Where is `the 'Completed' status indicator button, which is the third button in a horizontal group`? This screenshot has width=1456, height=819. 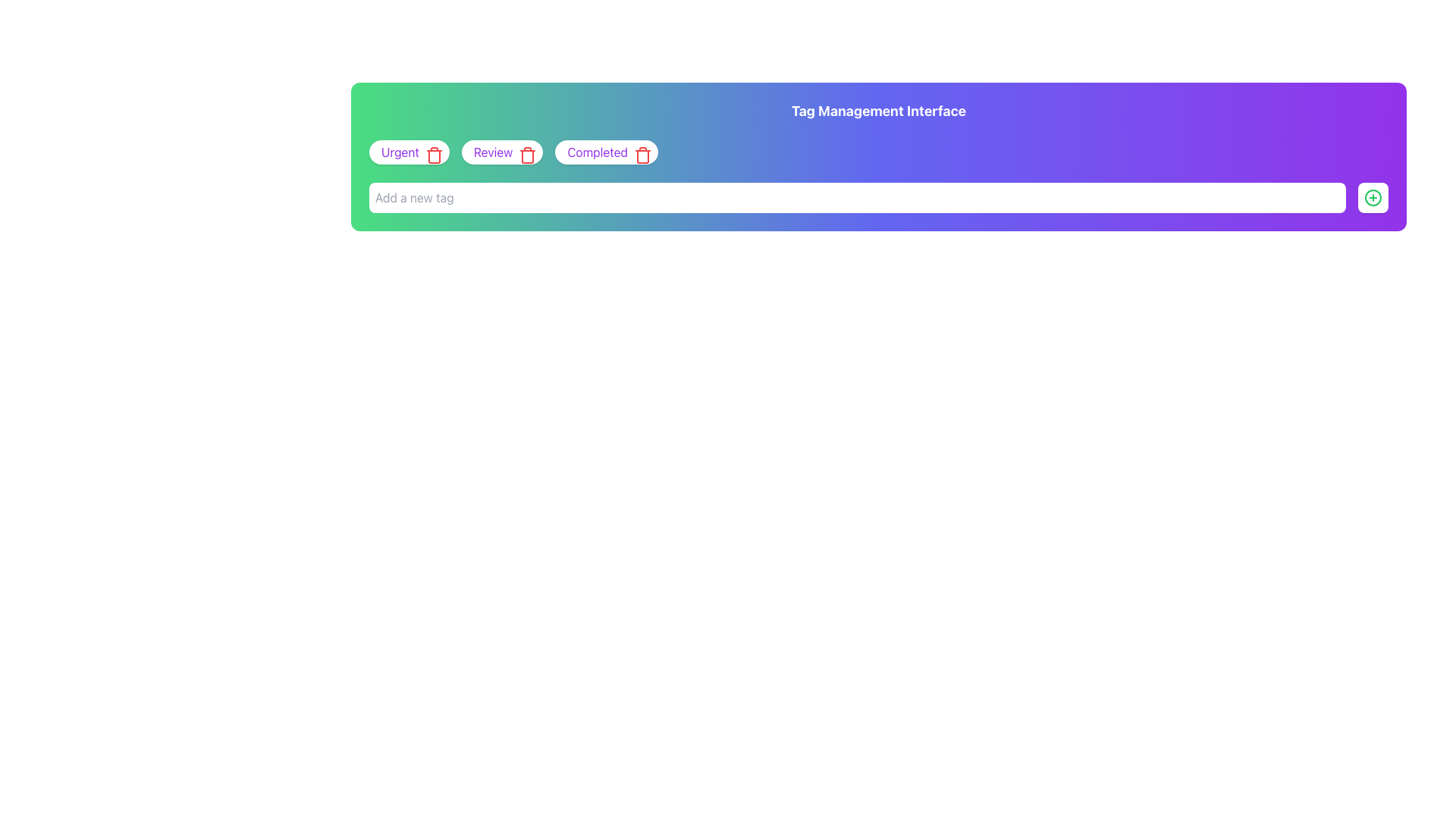 the 'Completed' status indicator button, which is the third button in a horizontal group is located at coordinates (607, 152).